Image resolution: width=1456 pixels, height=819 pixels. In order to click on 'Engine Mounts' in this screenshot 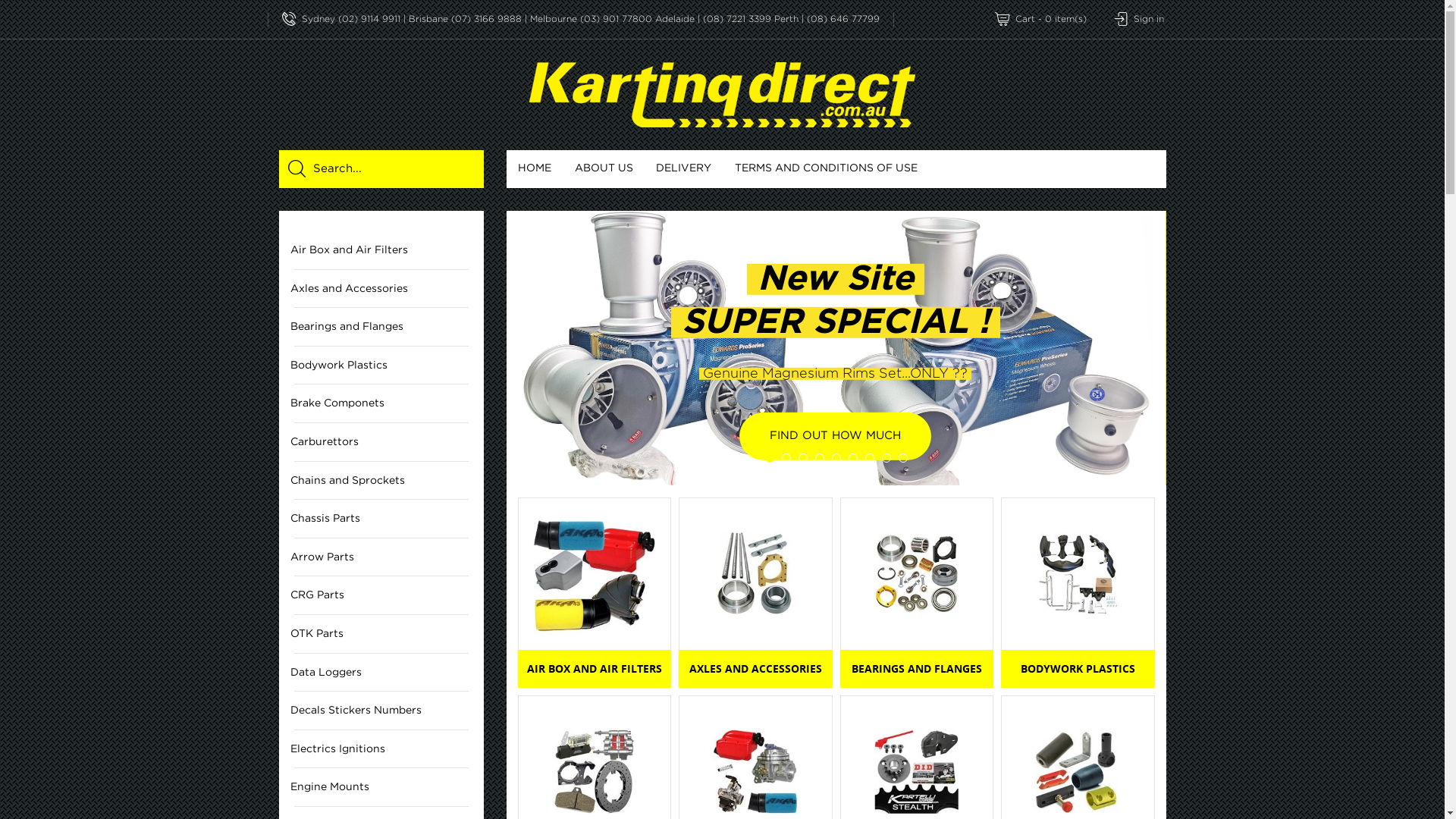, I will do `click(381, 786)`.